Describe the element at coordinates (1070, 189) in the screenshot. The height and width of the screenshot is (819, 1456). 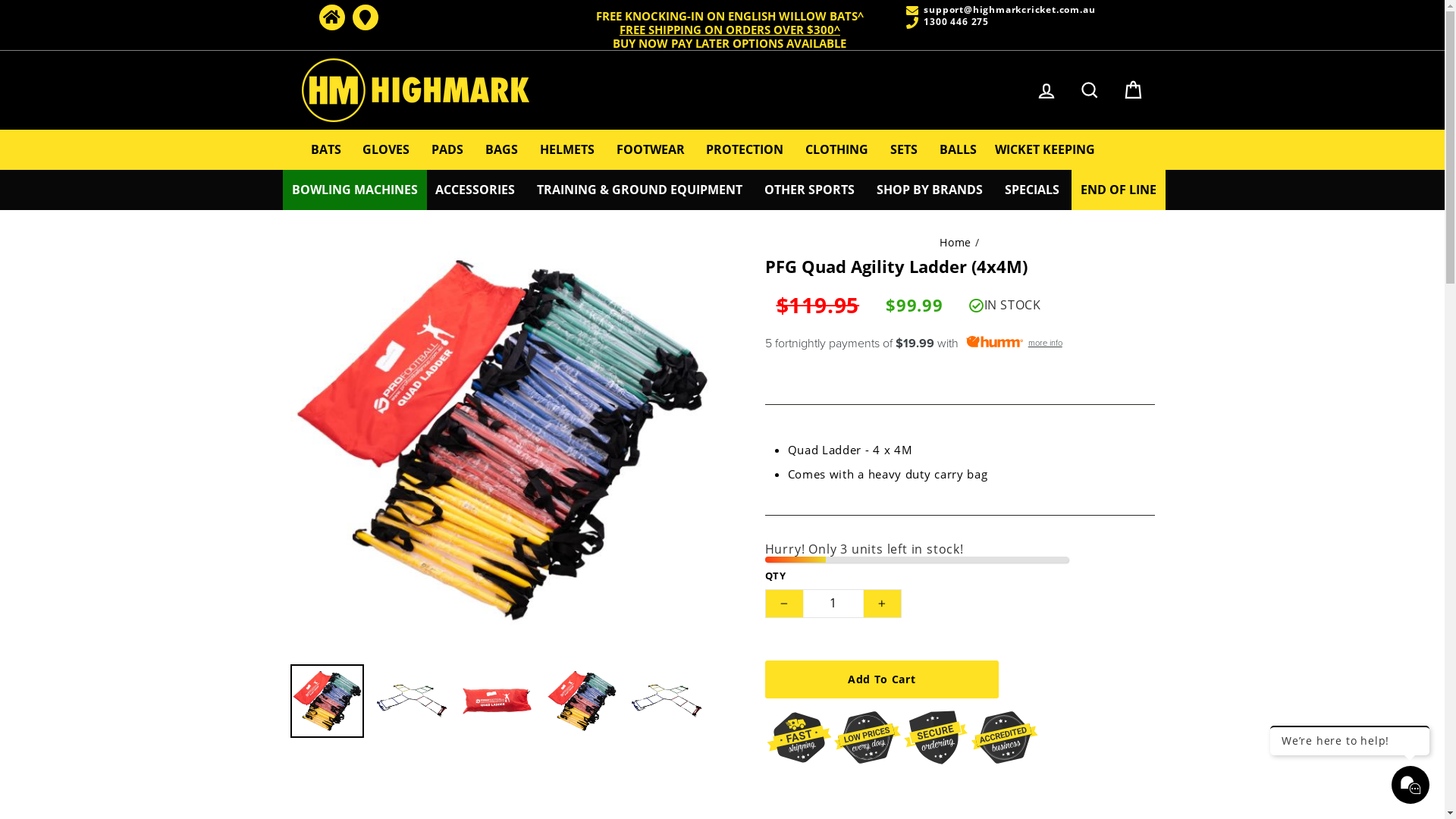
I see `'END OF LINE'` at that location.